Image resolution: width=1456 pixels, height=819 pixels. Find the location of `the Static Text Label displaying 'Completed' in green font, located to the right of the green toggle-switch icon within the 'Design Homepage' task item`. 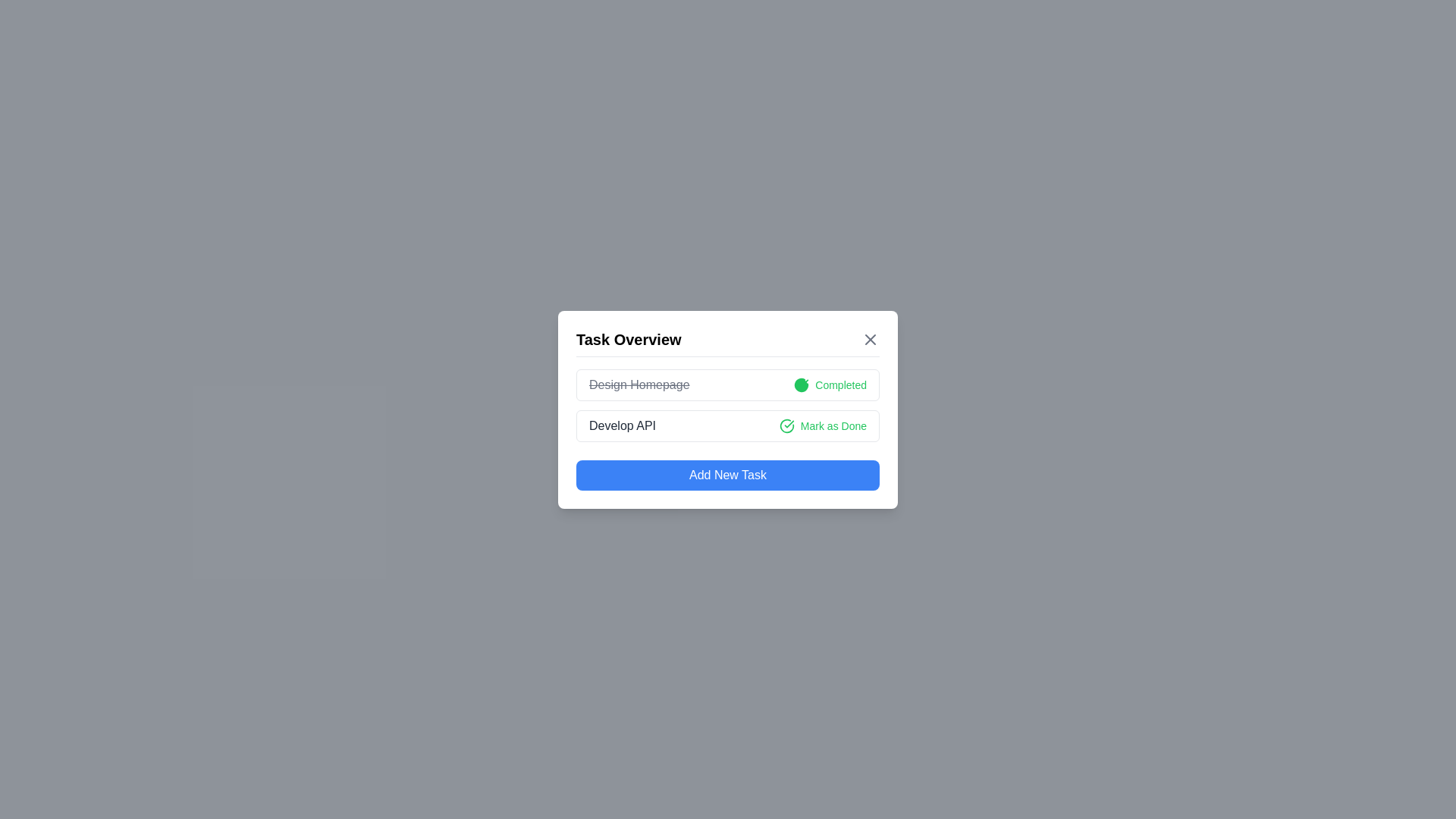

the Static Text Label displaying 'Completed' in green font, located to the right of the green toggle-switch icon within the 'Design Homepage' task item is located at coordinates (840, 384).